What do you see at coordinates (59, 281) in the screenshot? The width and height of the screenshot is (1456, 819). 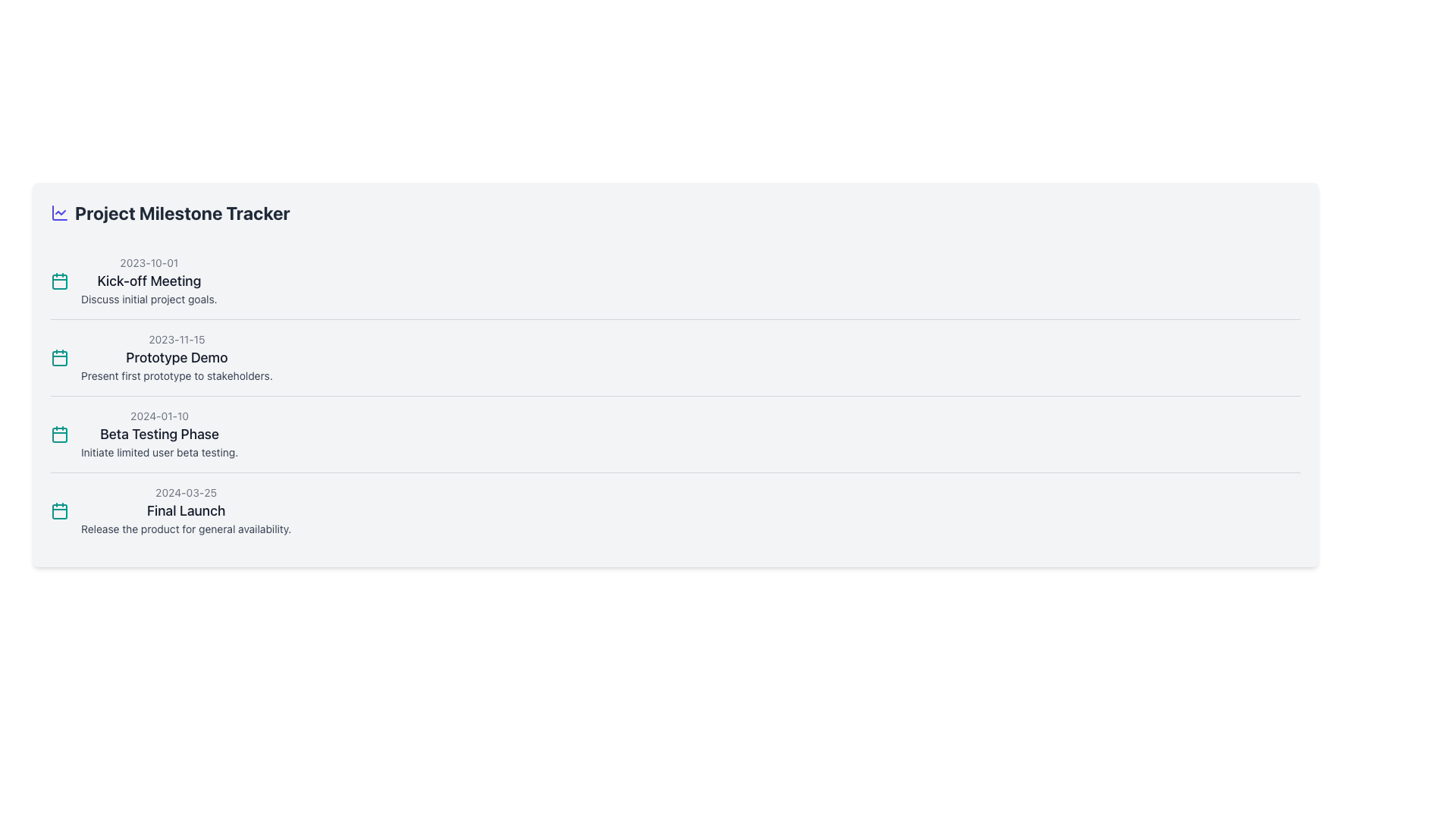 I see `the calendar icon representing the date and event type for the milestone 'Kick-off Meeting'` at bounding box center [59, 281].